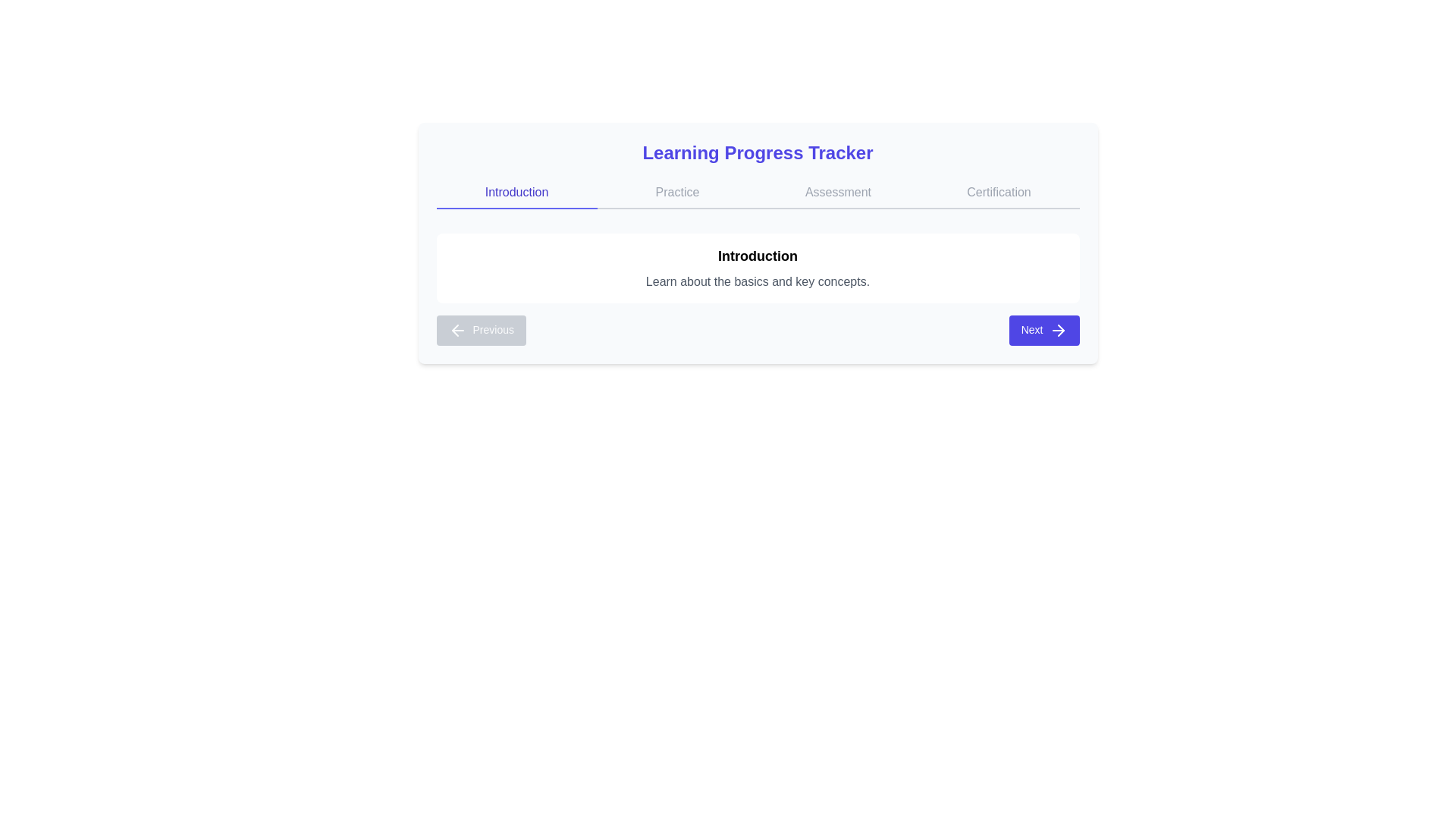  Describe the element at coordinates (1043, 329) in the screenshot. I see `the navigation button Next to move to the respective step` at that location.